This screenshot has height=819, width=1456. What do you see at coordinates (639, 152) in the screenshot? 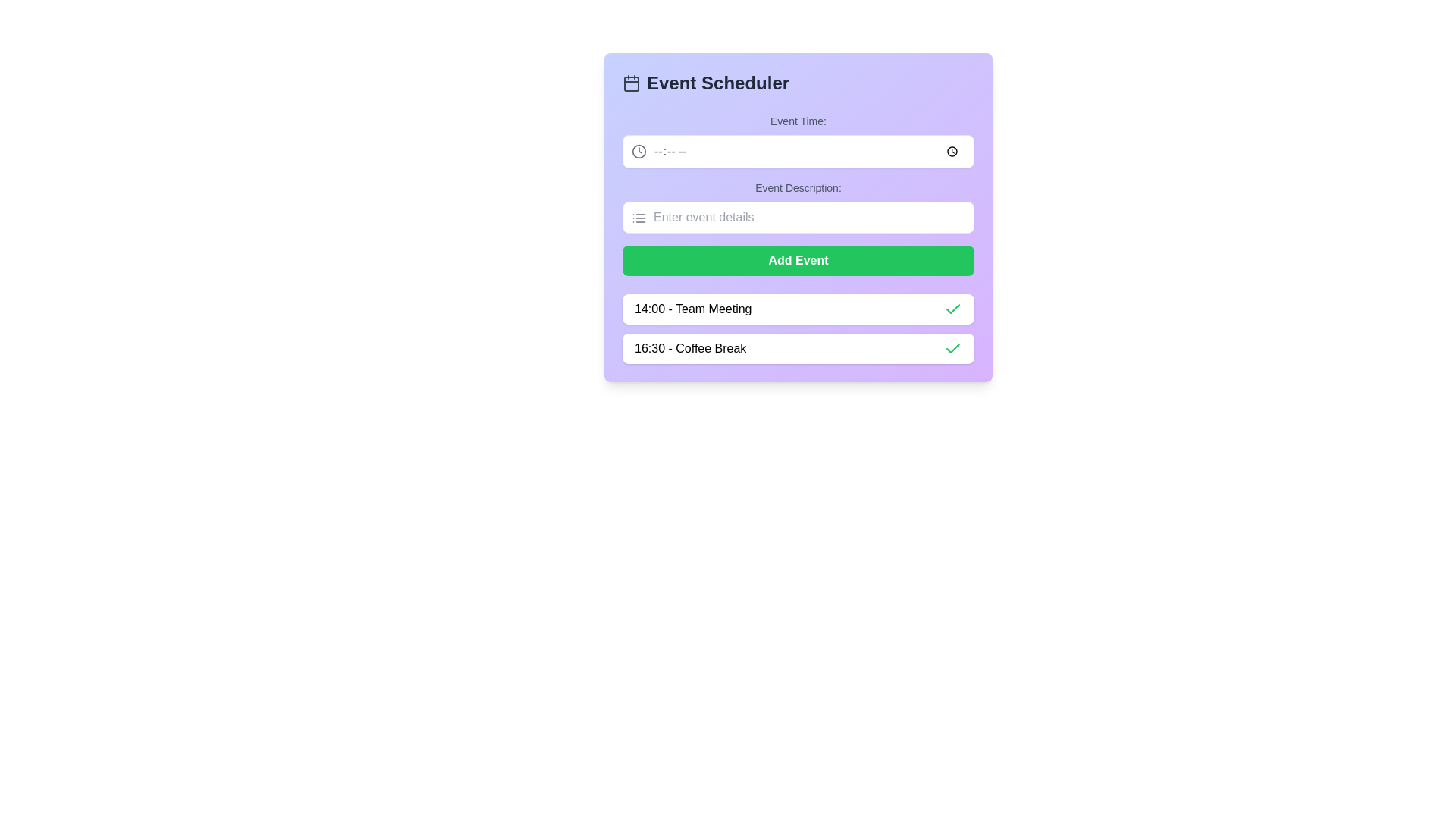
I see `the icon serving as a visual cue for the event time entry field located at the top-left corner near the label 'Event Time'` at bounding box center [639, 152].